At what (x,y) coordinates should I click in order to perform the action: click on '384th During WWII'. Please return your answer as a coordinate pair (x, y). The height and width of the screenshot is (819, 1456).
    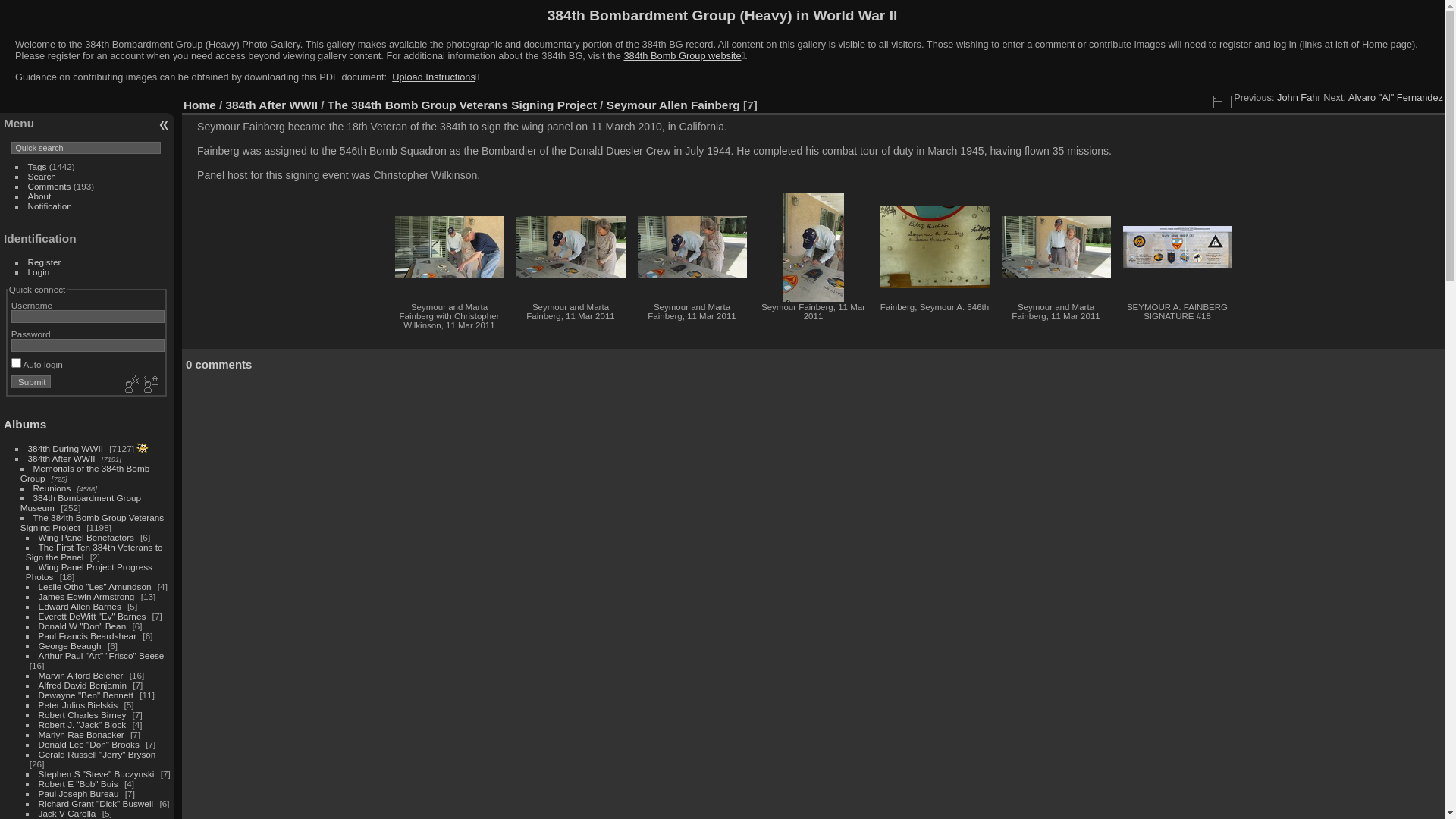
    Looking at the image, I should click on (28, 447).